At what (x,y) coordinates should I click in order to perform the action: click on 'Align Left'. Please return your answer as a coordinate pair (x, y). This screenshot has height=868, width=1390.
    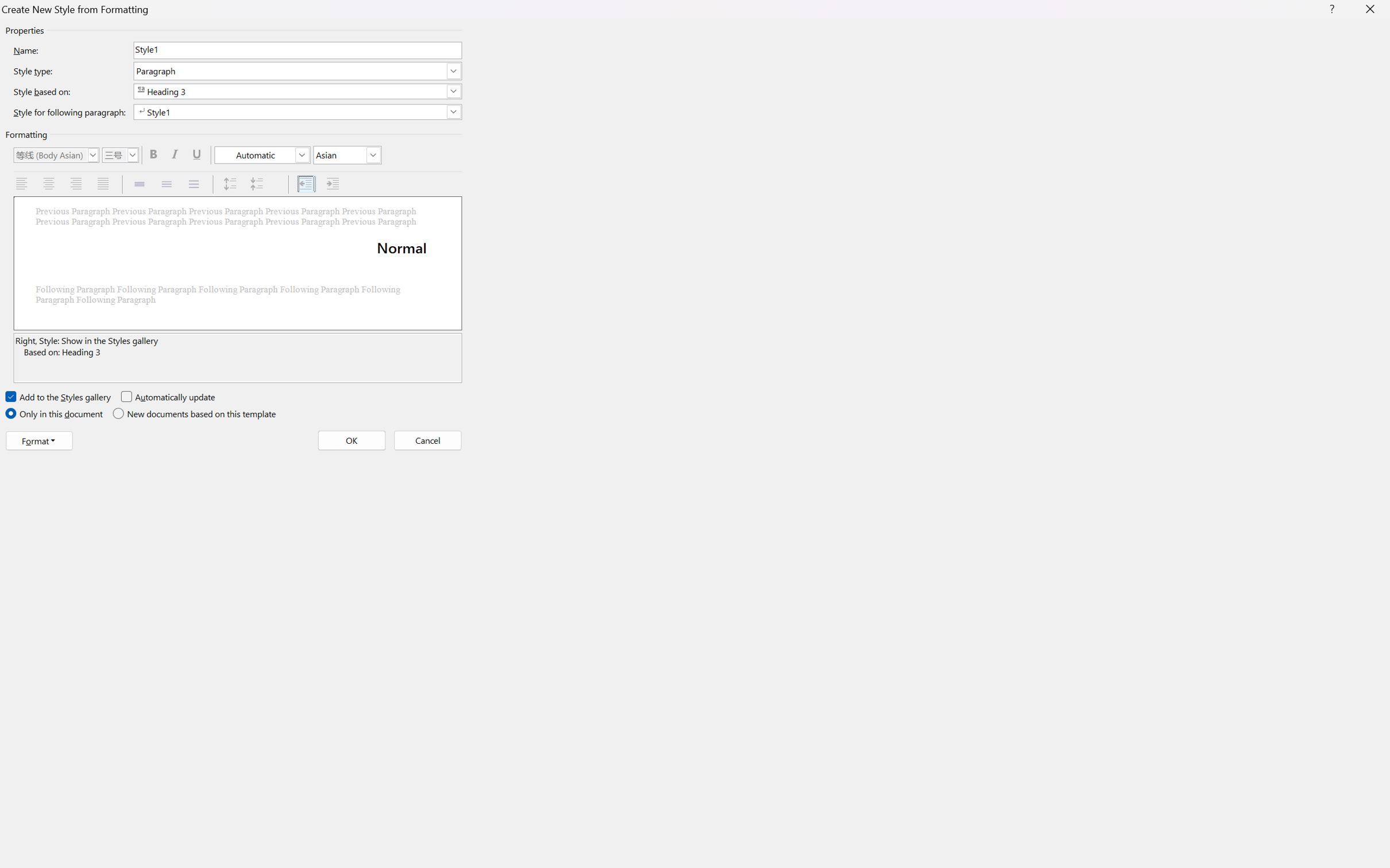
    Looking at the image, I should click on (22, 184).